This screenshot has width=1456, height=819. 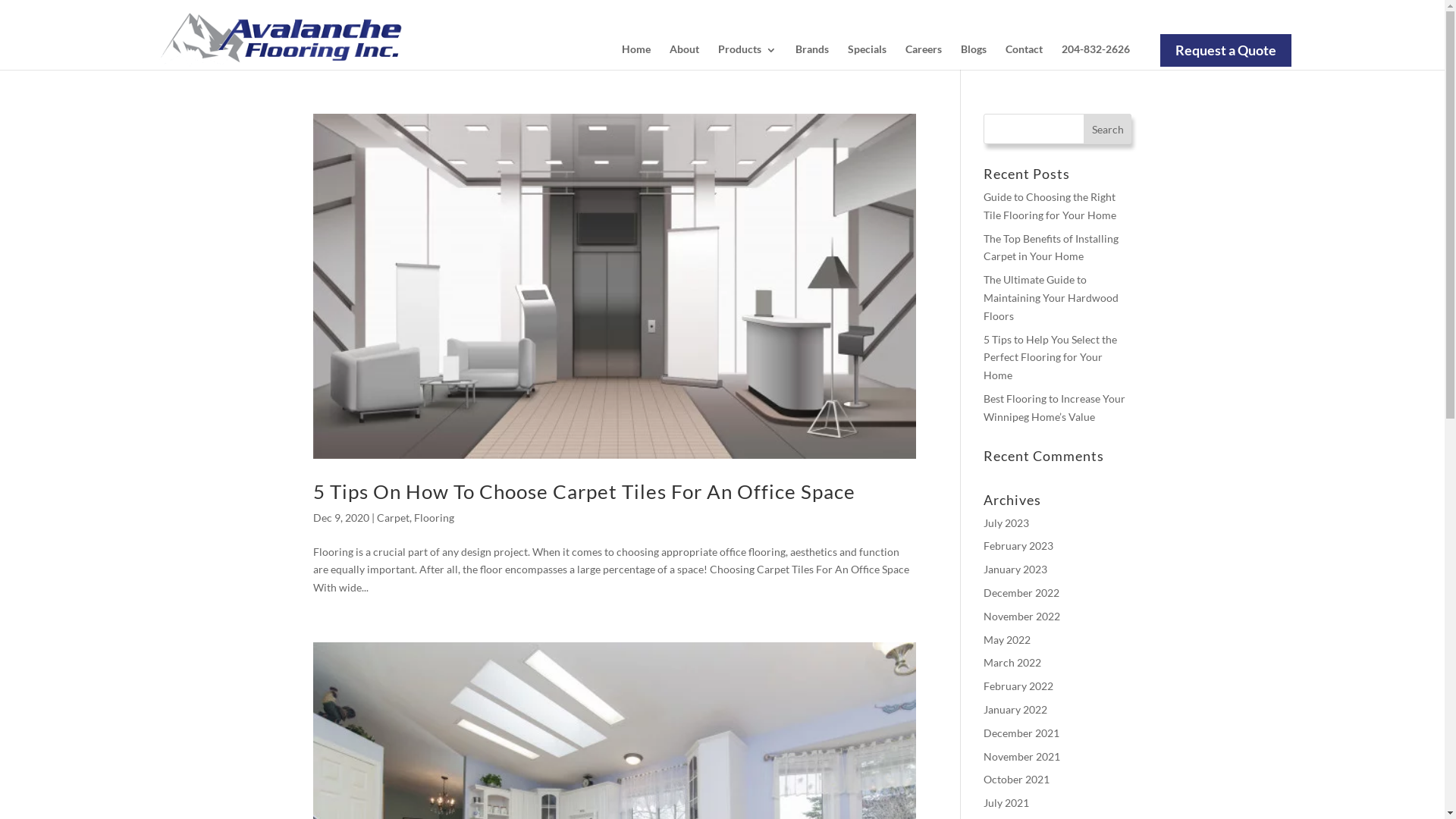 I want to click on 'Flooring', so click(x=433, y=516).